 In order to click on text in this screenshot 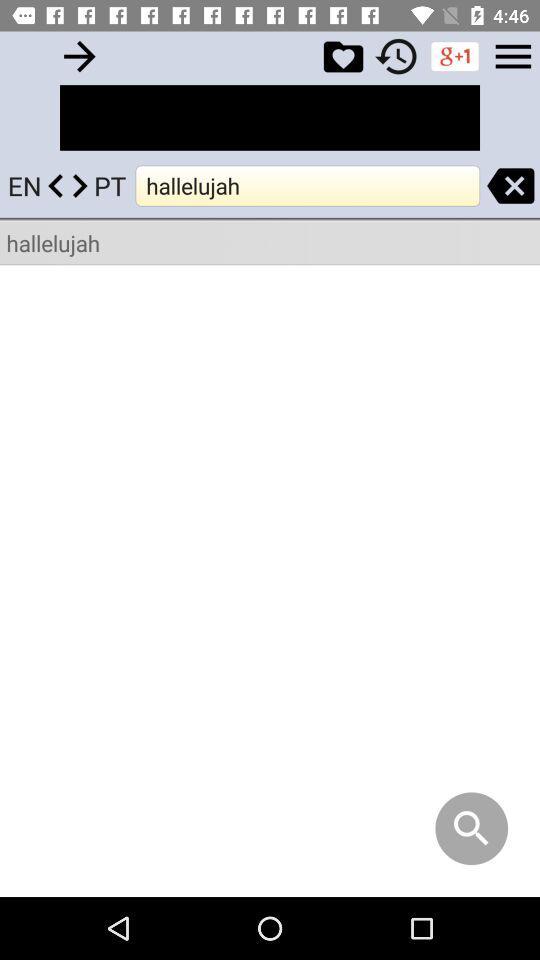, I will do `click(78, 55)`.